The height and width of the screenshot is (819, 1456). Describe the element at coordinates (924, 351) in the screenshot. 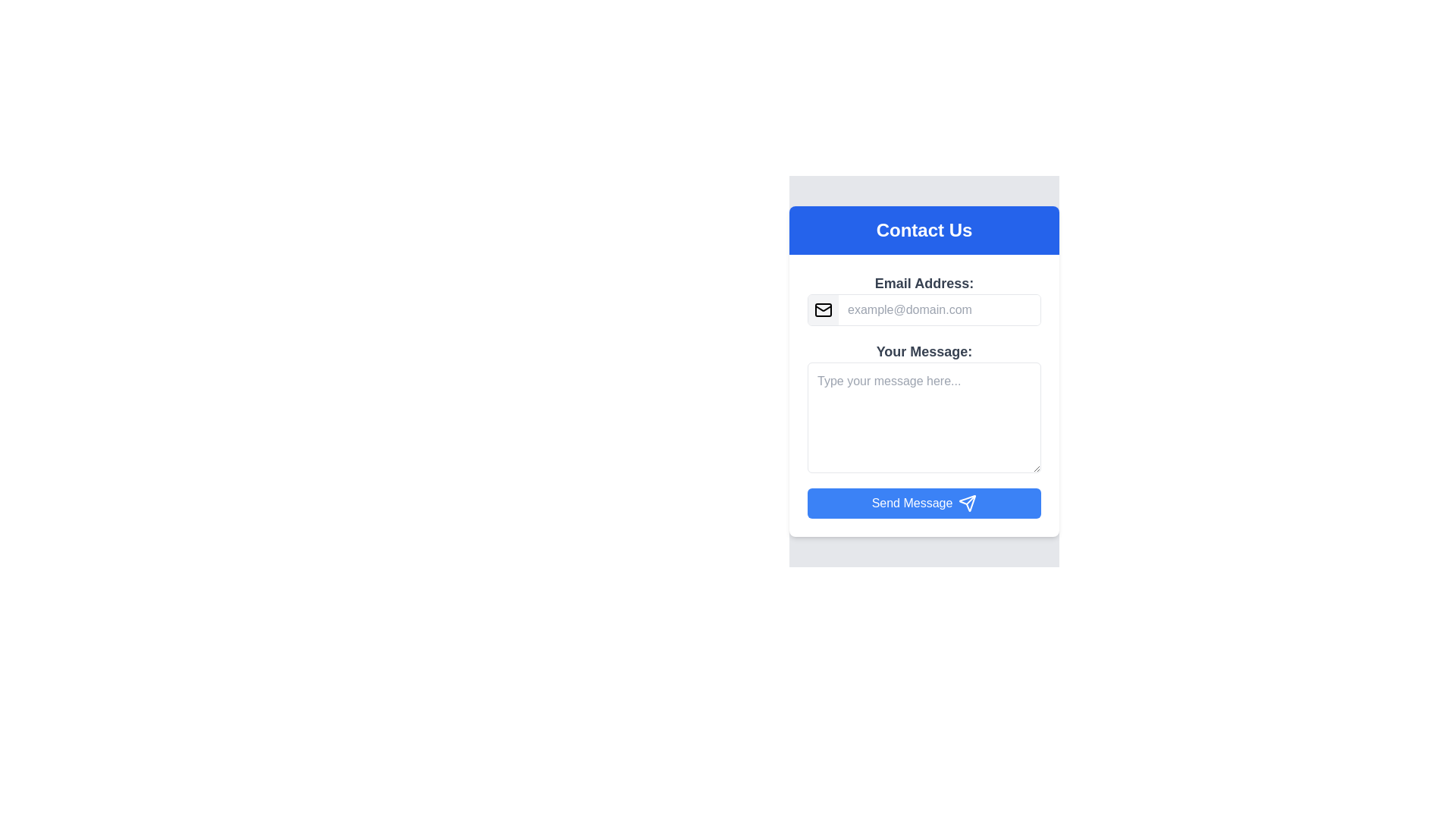

I see `label that displays the text 'Your Message:' in a bold and slightly enlarged font located below the 'Email Address:' section in the form` at that location.